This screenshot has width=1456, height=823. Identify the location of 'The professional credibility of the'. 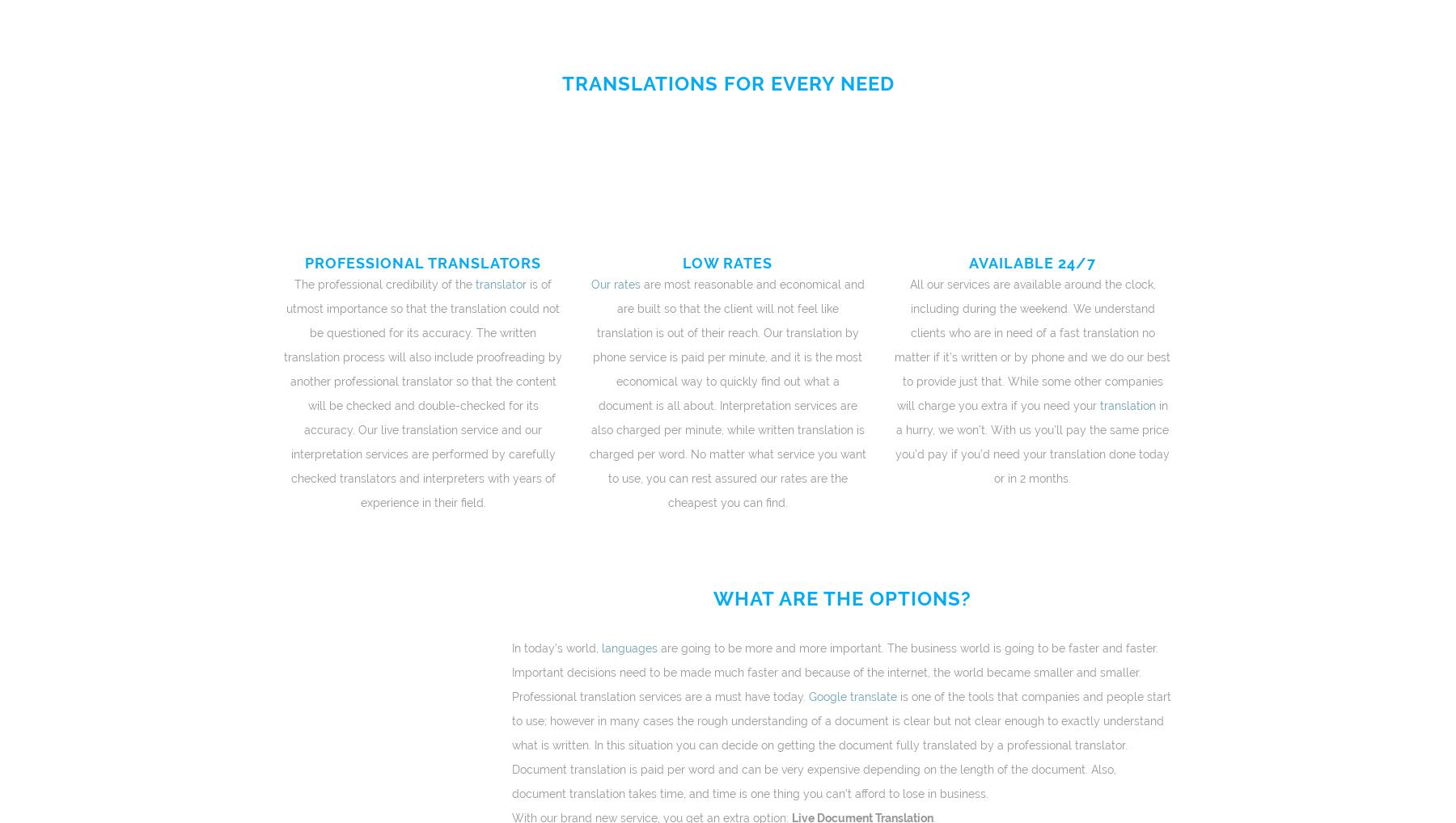
(382, 284).